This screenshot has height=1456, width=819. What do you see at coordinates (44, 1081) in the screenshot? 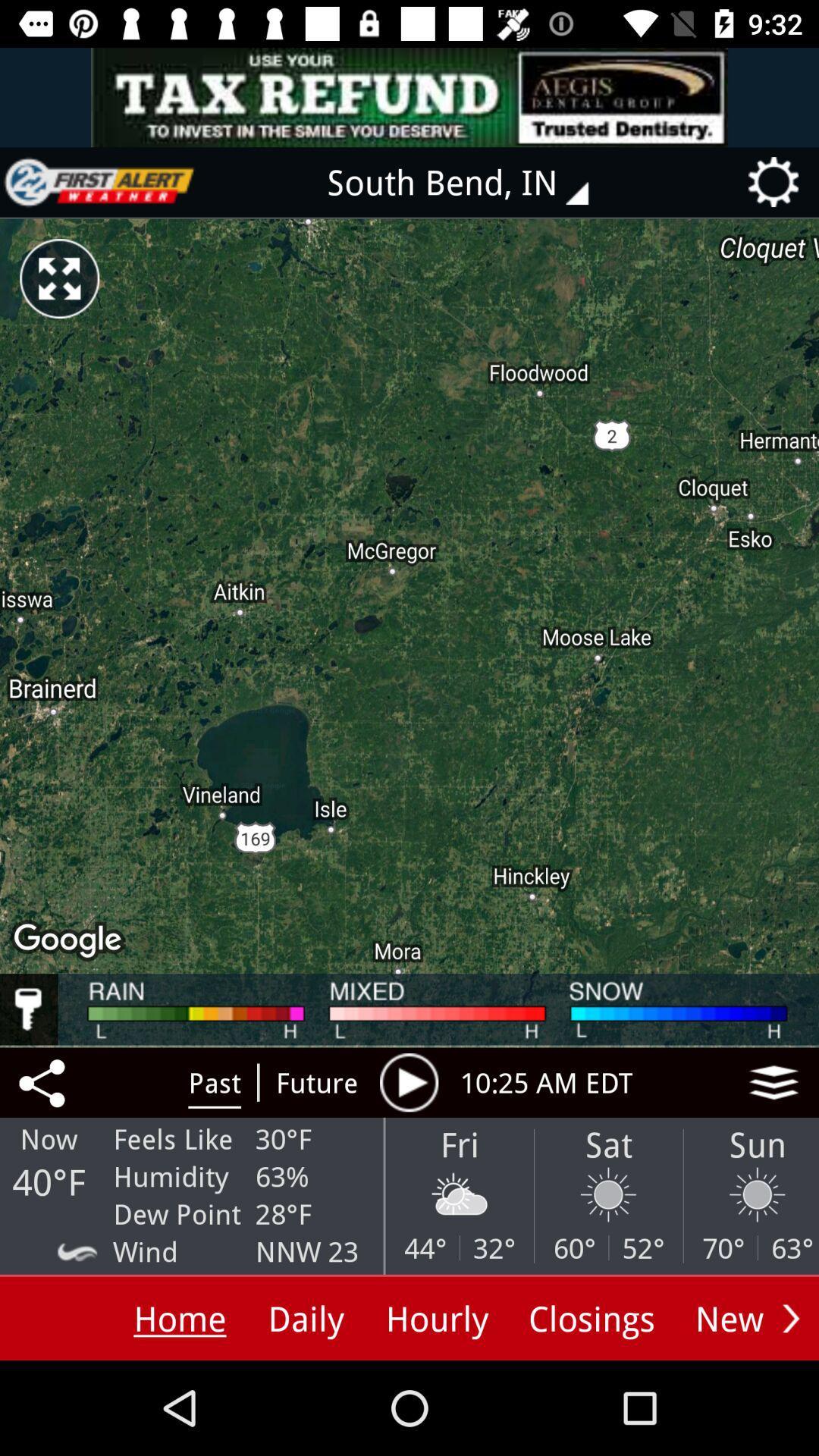
I see `the share icon` at bounding box center [44, 1081].